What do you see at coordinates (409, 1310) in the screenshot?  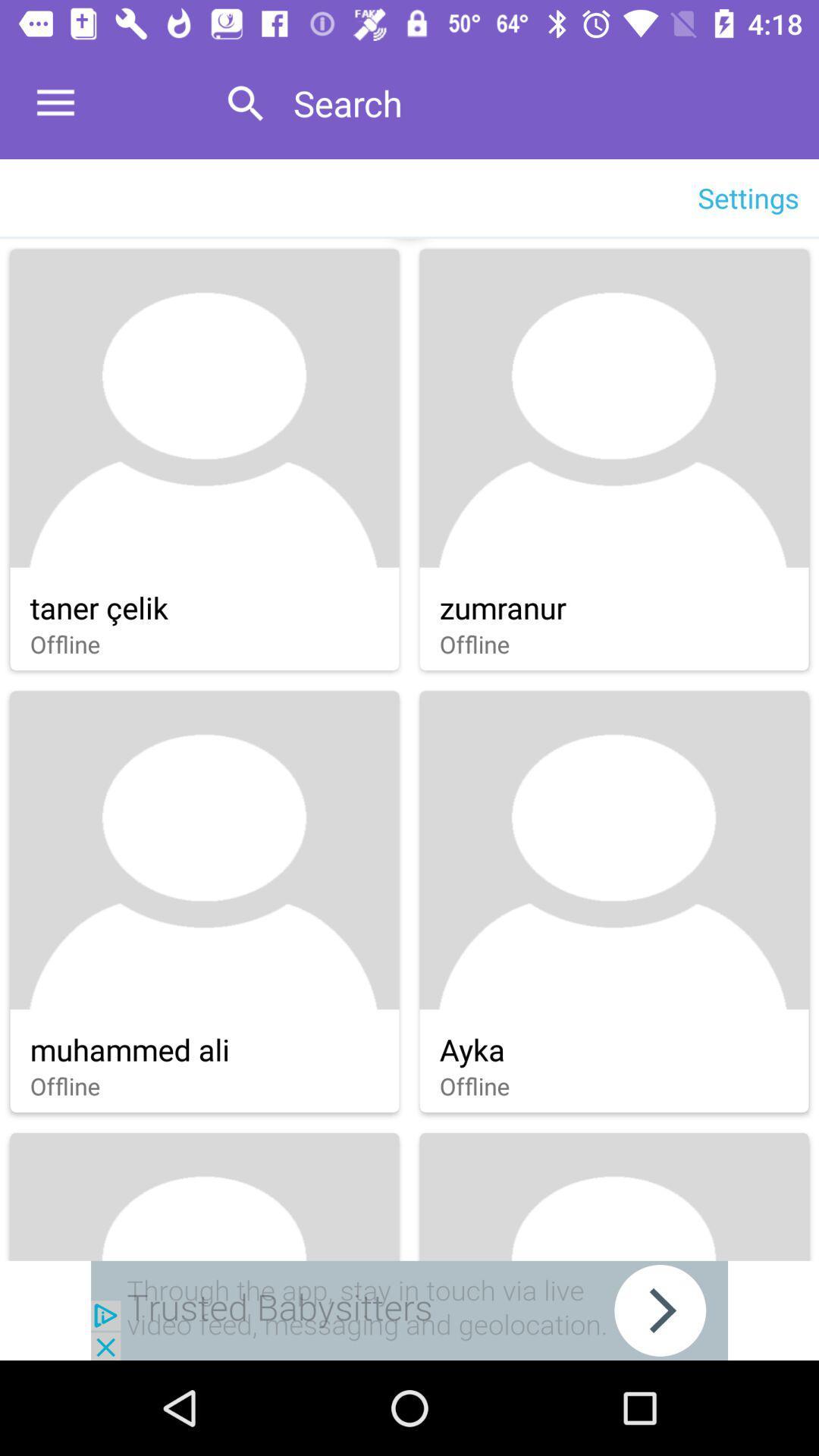 I see `open an advertisements` at bounding box center [409, 1310].